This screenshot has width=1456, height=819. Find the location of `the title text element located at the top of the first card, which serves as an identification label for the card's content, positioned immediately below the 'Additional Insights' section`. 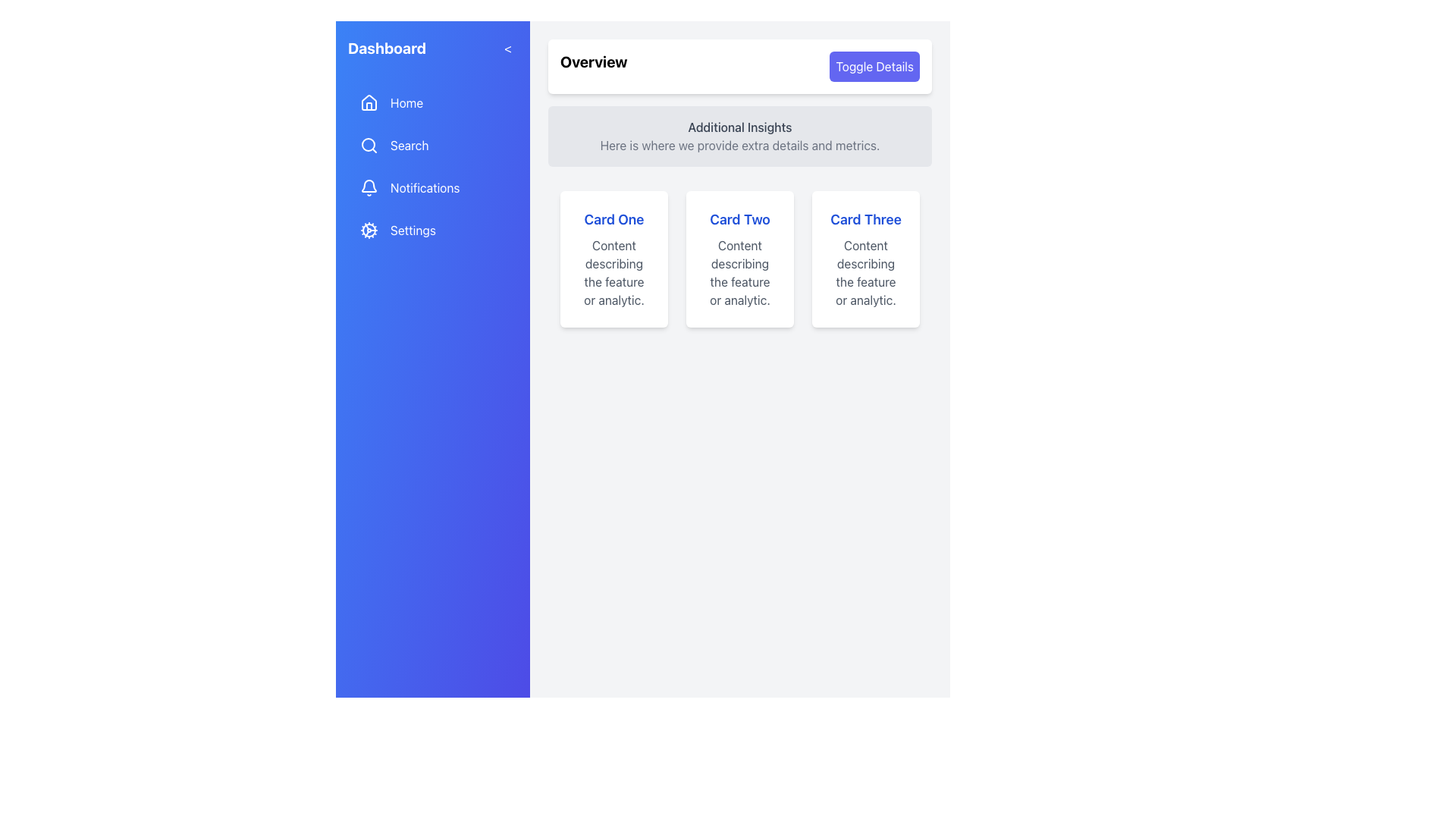

the title text element located at the top of the first card, which serves as an identification label for the card's content, positioned immediately below the 'Additional Insights' section is located at coordinates (614, 219).